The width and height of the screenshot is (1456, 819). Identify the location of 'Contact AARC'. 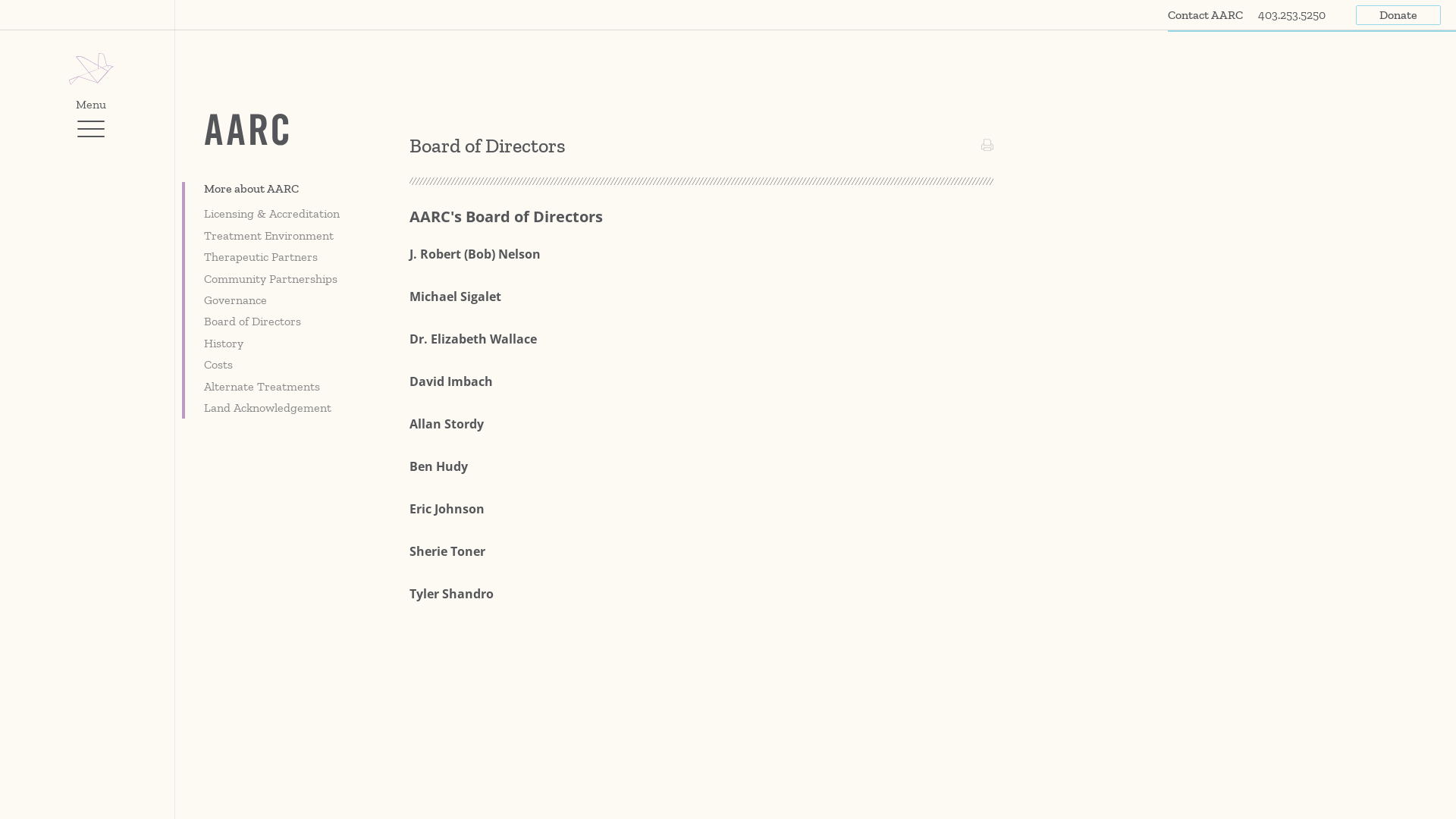
(1204, 14).